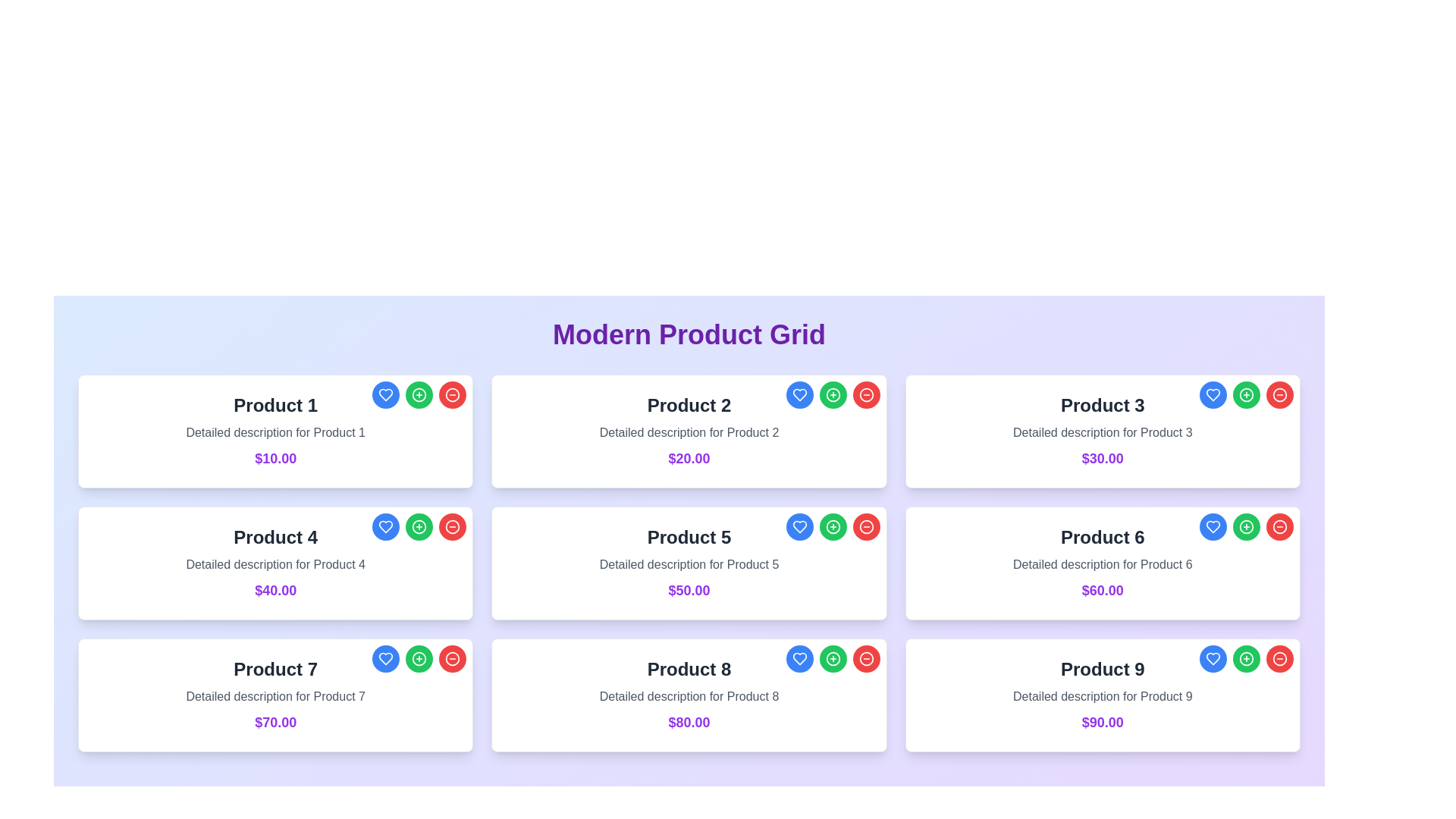 The width and height of the screenshot is (1456, 819). I want to click on the heart-shaped icon with a blue outline located in the top-right corner of the card labeled 'Product 8', so click(386, 526).